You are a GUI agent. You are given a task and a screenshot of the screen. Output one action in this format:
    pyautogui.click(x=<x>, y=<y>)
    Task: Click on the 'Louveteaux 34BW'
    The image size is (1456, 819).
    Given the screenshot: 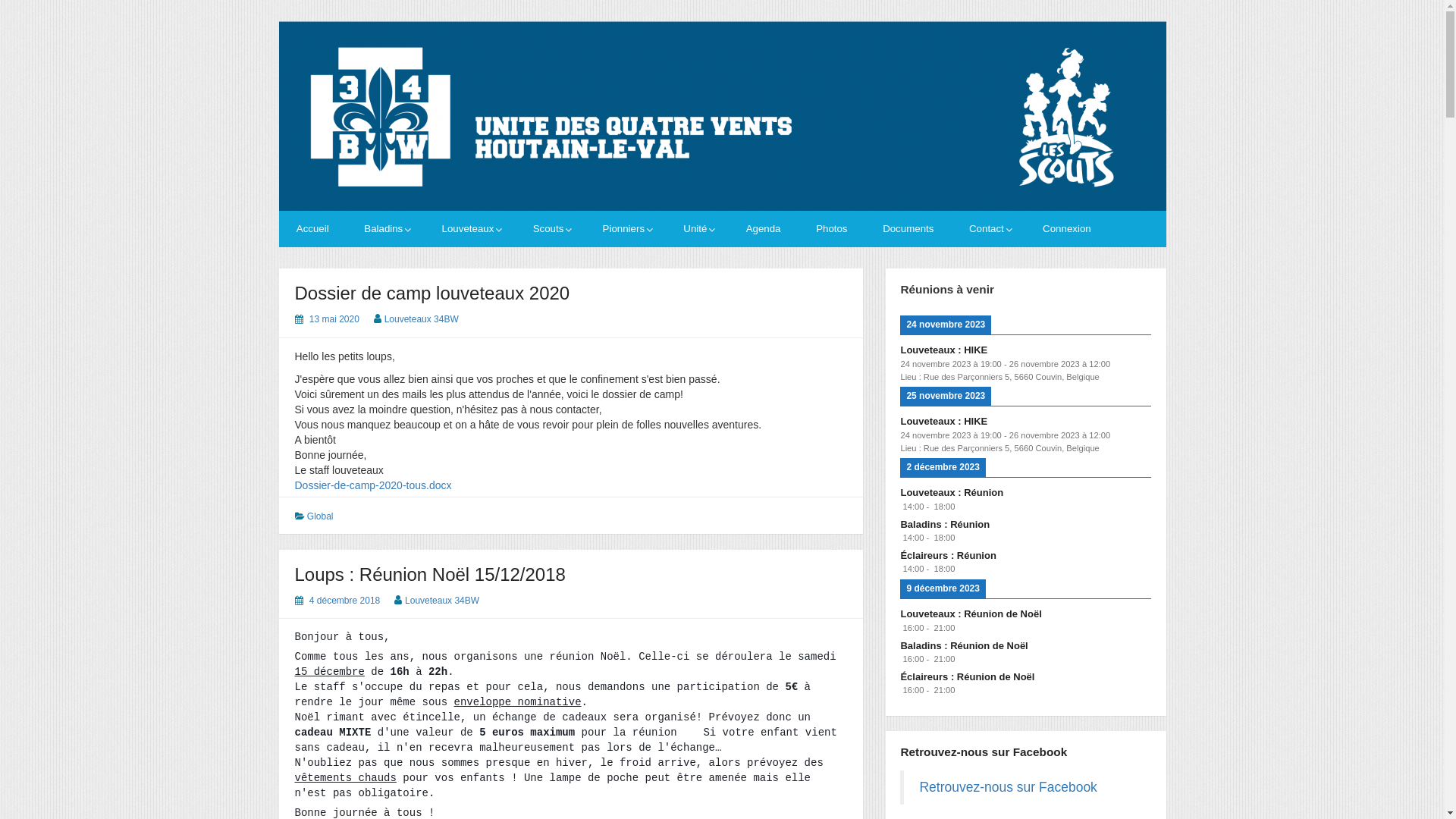 What is the action you would take?
    pyautogui.click(x=441, y=599)
    